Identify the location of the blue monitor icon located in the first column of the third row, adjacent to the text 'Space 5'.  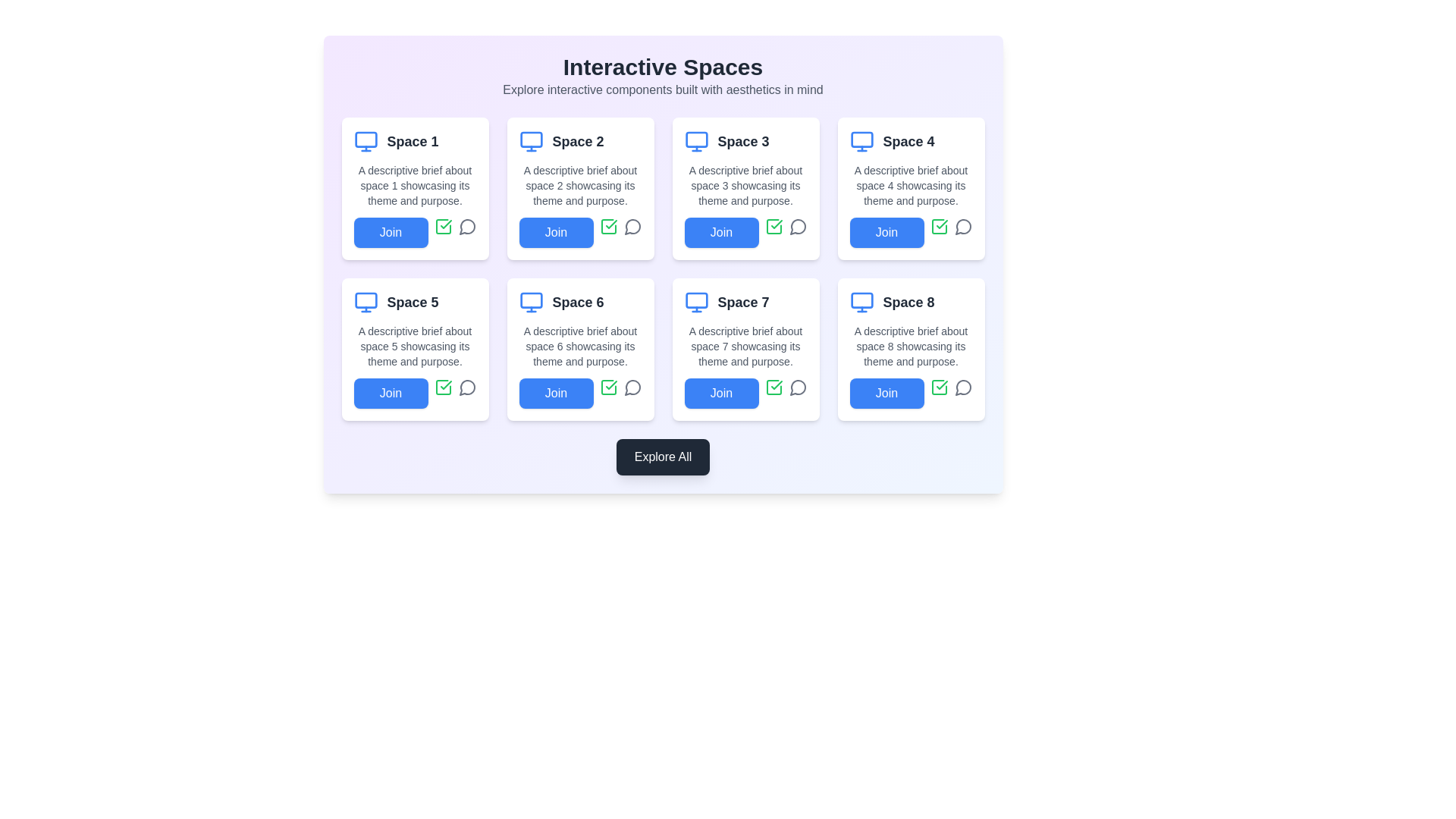
(366, 302).